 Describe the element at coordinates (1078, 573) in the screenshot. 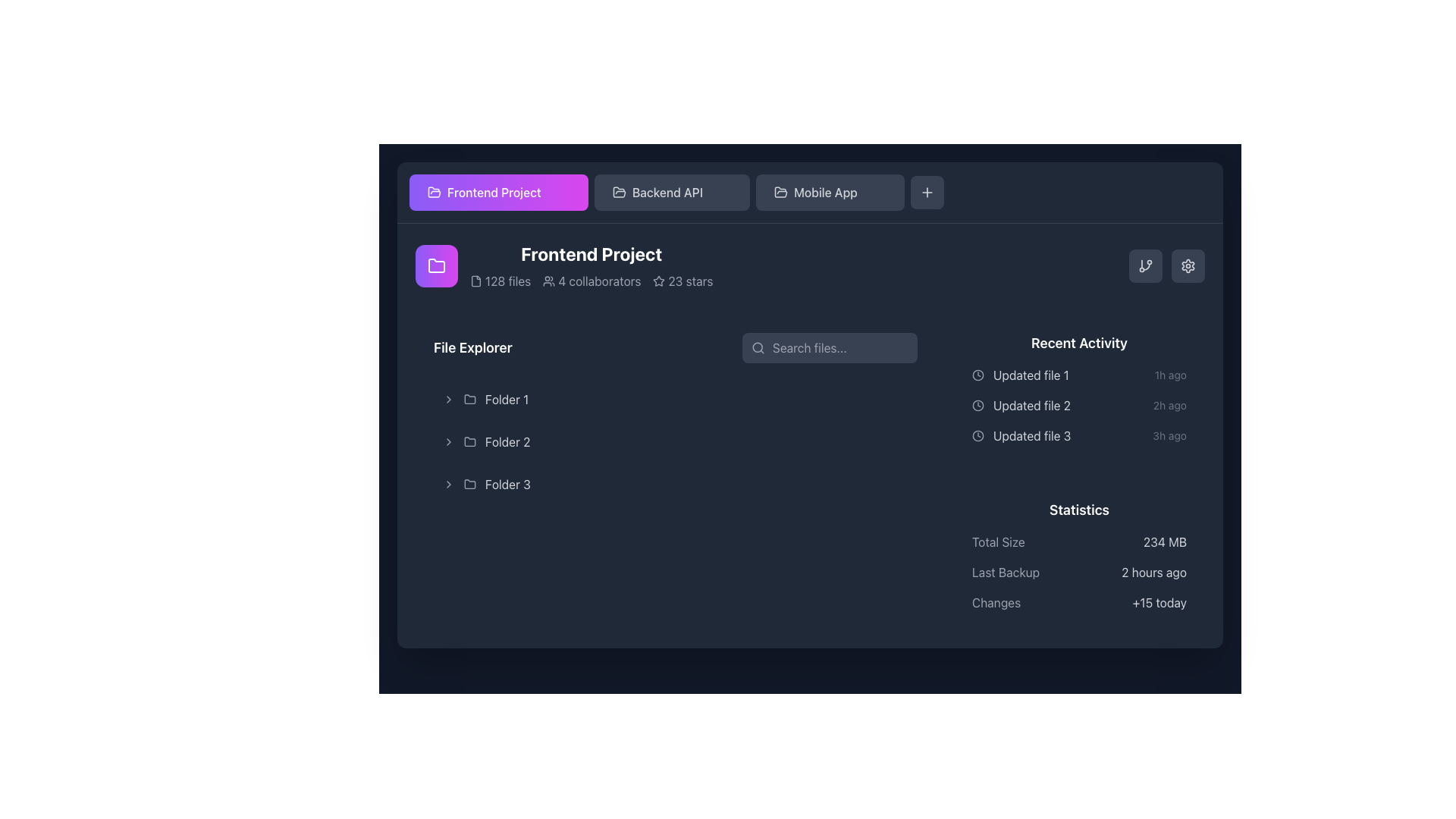

I see `the information presented in the middle row of the Text block with statistical labels and data, specifically the 'Last Backup' row located in the Statistics section` at that location.